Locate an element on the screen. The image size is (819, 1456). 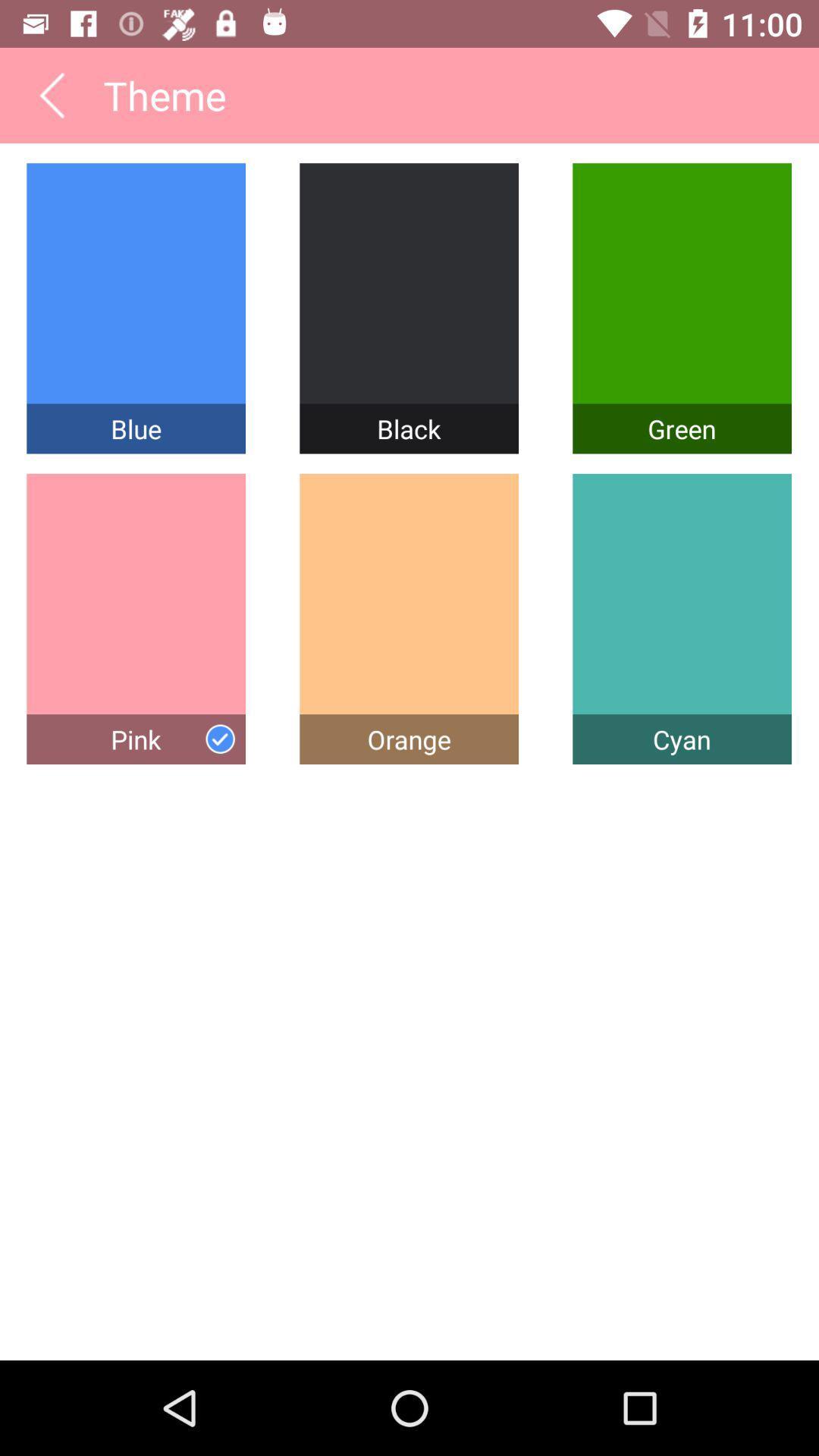
return to menu is located at coordinates (51, 94).